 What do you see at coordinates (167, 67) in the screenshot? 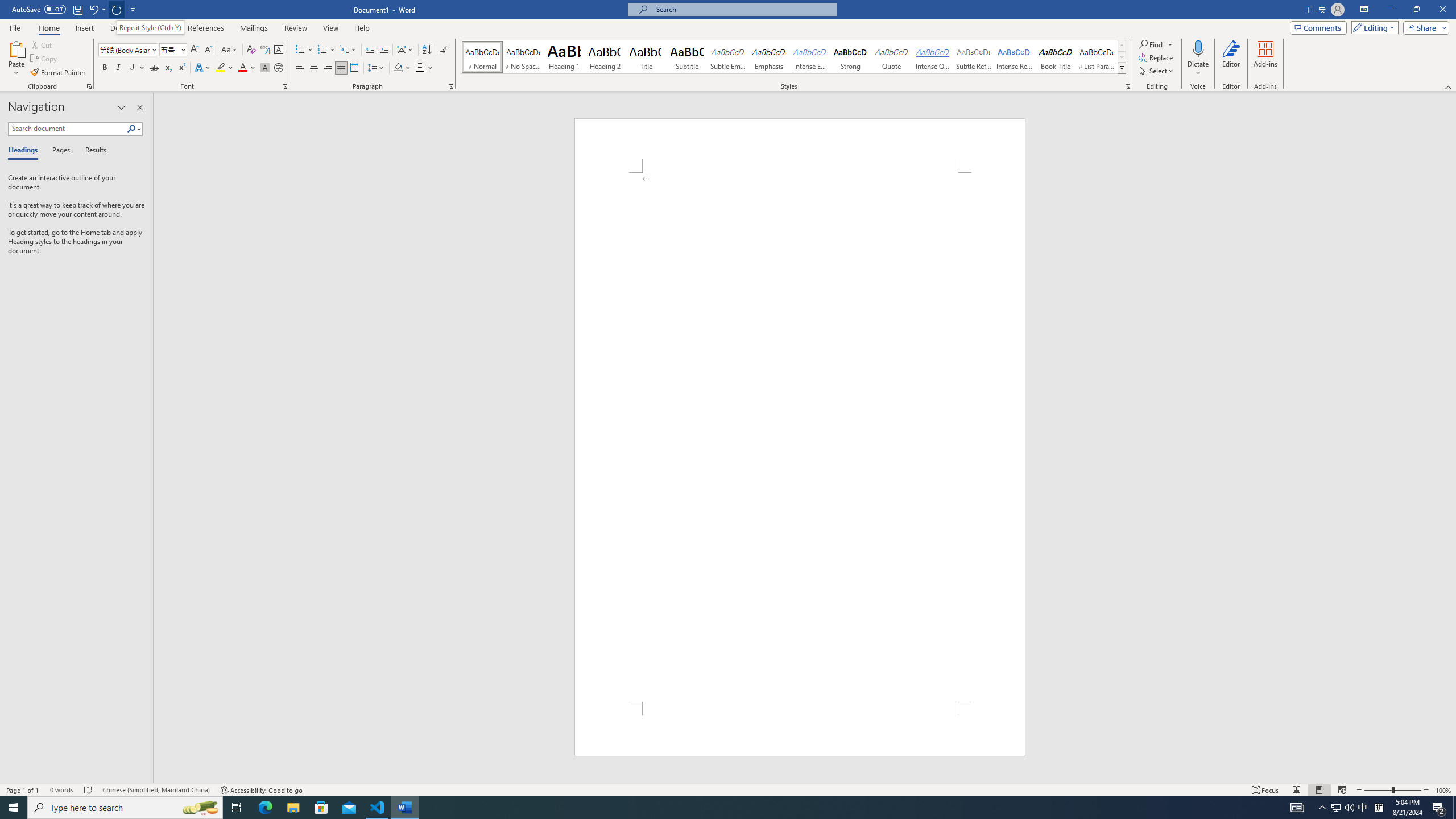
I see `'Subscript'` at bounding box center [167, 67].